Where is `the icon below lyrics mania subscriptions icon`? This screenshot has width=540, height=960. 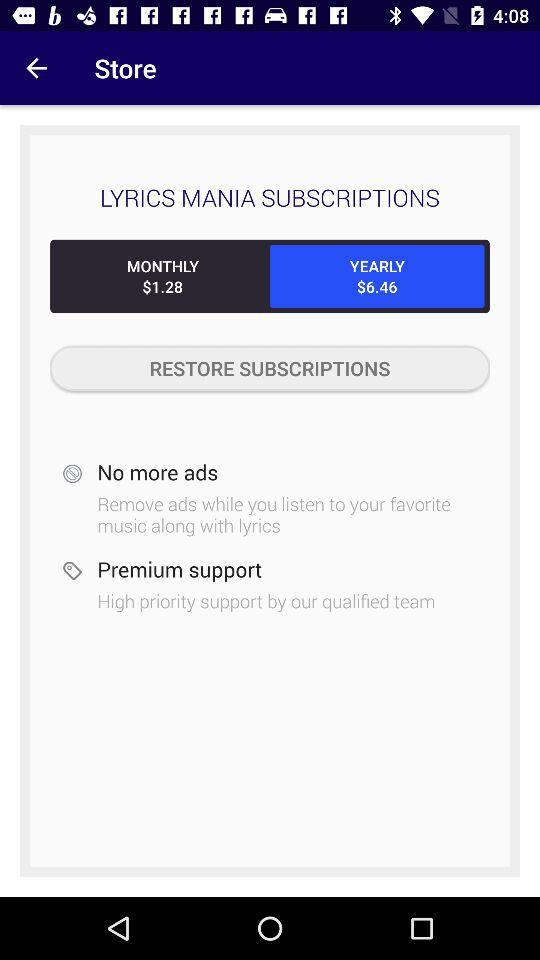 the icon below lyrics mania subscriptions icon is located at coordinates (377, 275).